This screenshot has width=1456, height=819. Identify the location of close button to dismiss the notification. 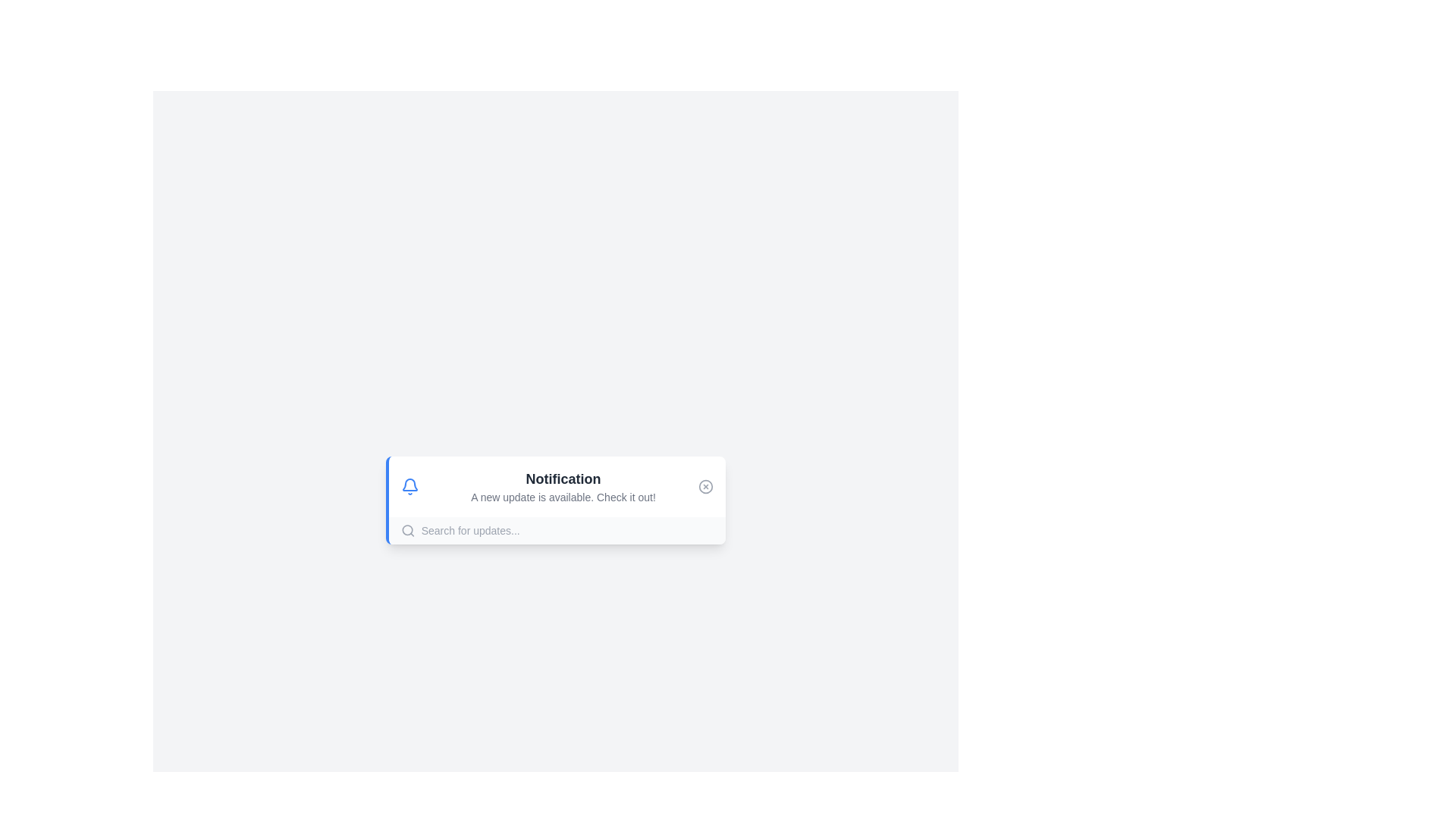
(705, 486).